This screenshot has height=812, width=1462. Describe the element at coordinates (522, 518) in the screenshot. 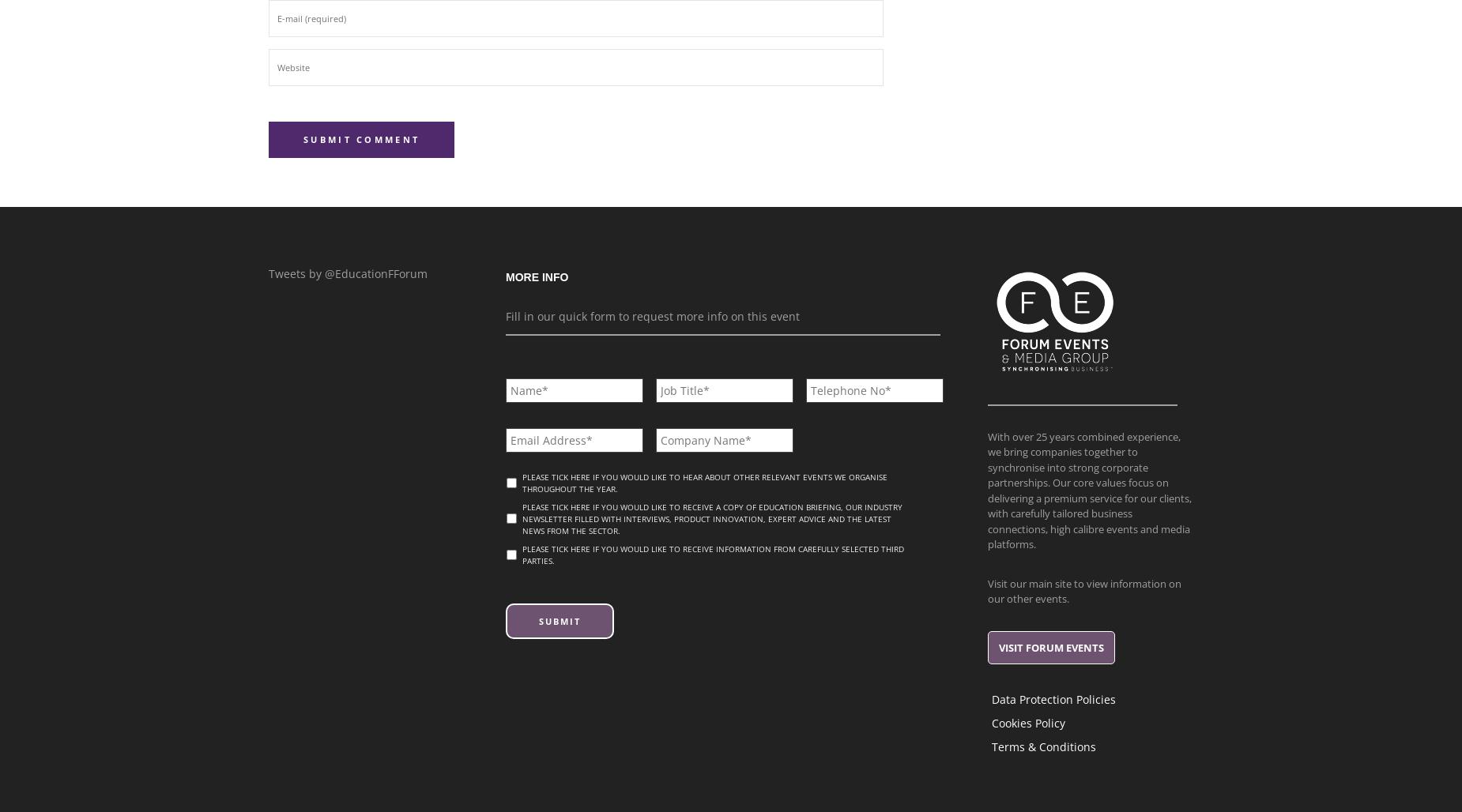

I see `'Please tick here if you would like to receive a copy of Education Briefing, our industry newsletter filled with interviews, product innovation, expert advice and the latest news from the sector.'` at that location.